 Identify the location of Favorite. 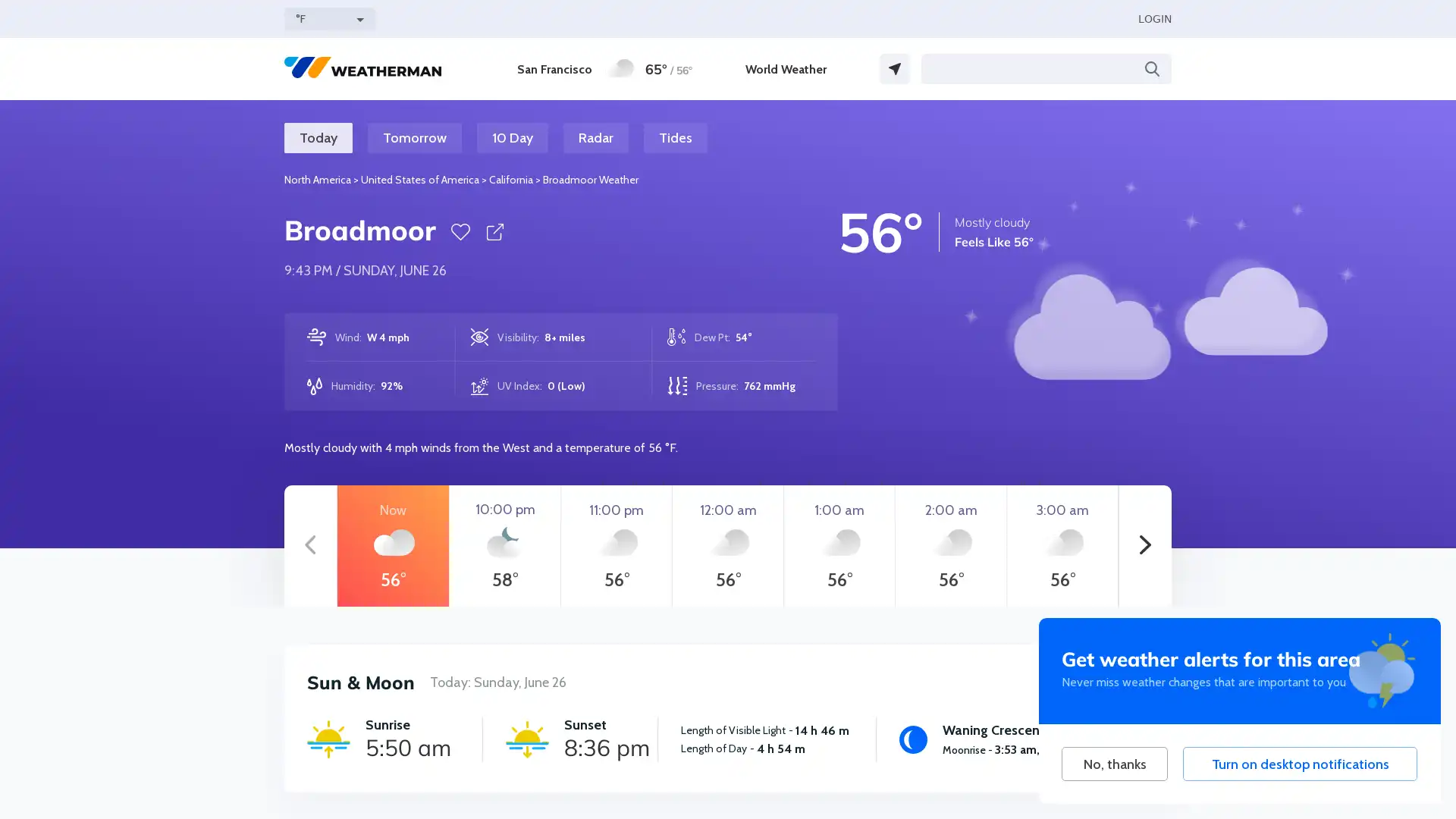
(460, 231).